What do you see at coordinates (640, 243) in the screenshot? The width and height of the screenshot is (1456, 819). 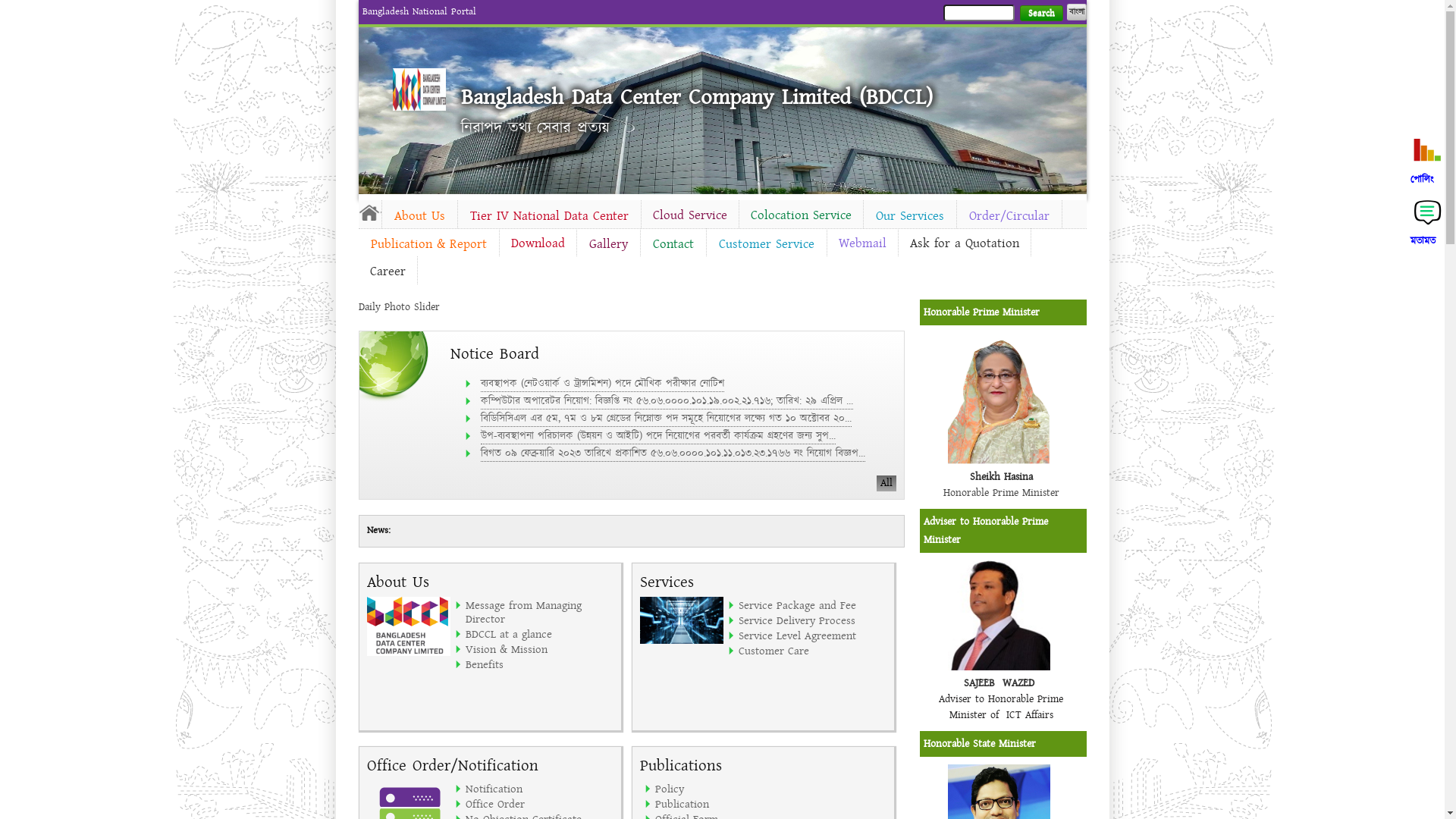 I see `'Contact'` at bounding box center [640, 243].